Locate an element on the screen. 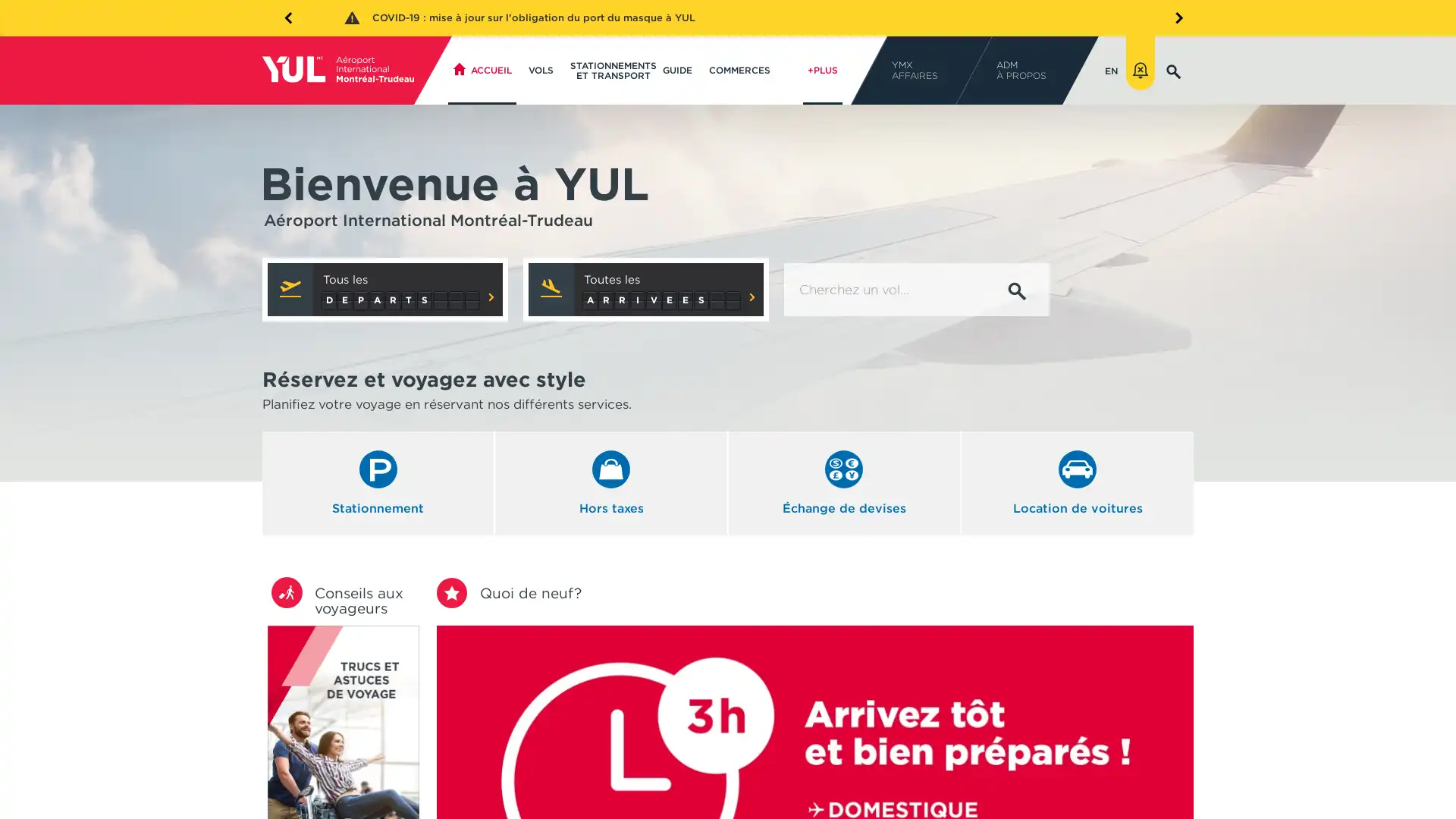 The width and height of the screenshot is (1456, 819). Rechercher is located at coordinates (1006, 119).